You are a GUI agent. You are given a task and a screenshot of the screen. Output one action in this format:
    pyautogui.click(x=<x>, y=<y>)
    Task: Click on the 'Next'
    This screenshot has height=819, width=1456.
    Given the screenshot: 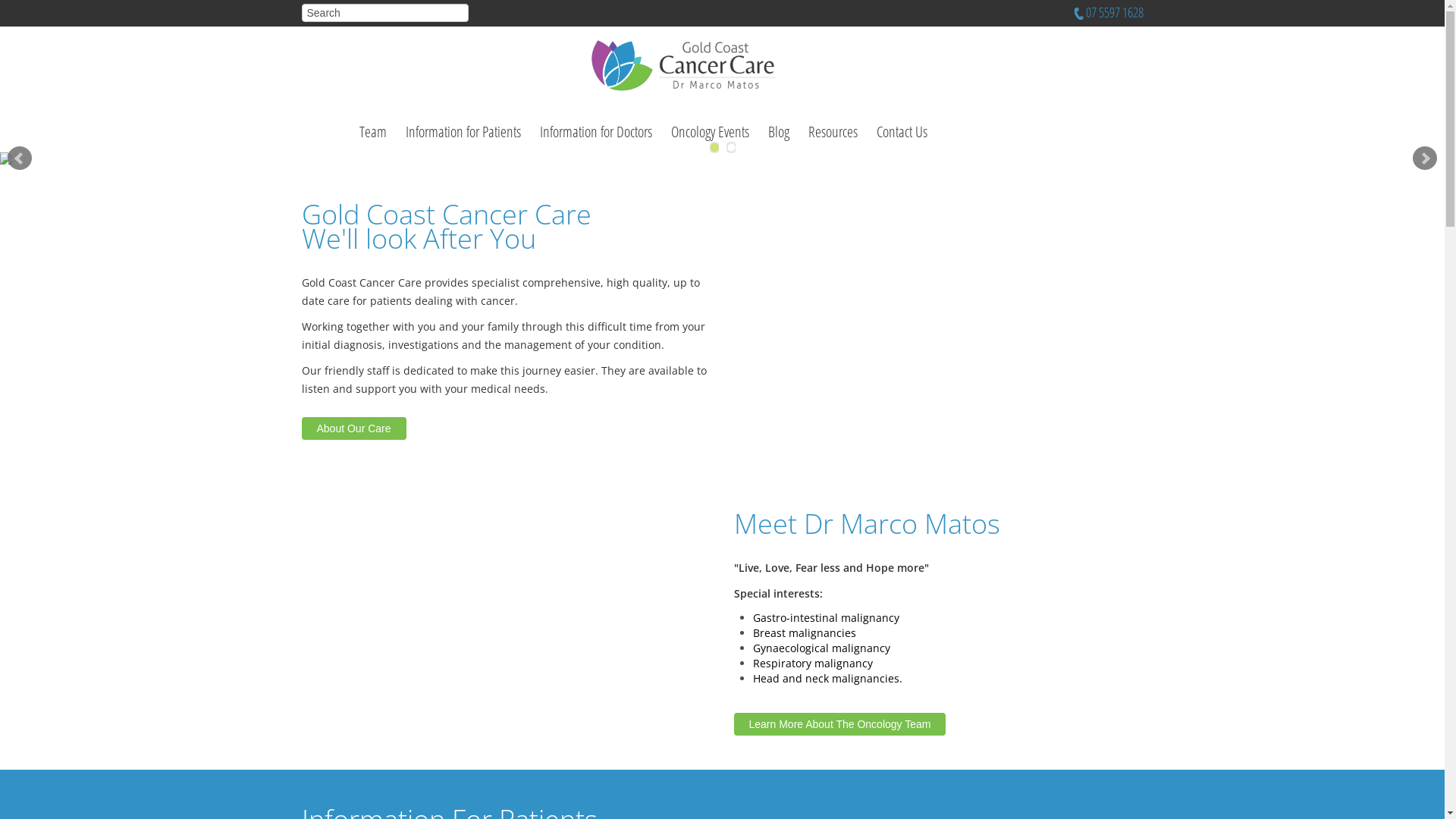 What is the action you would take?
    pyautogui.click(x=1411, y=158)
    